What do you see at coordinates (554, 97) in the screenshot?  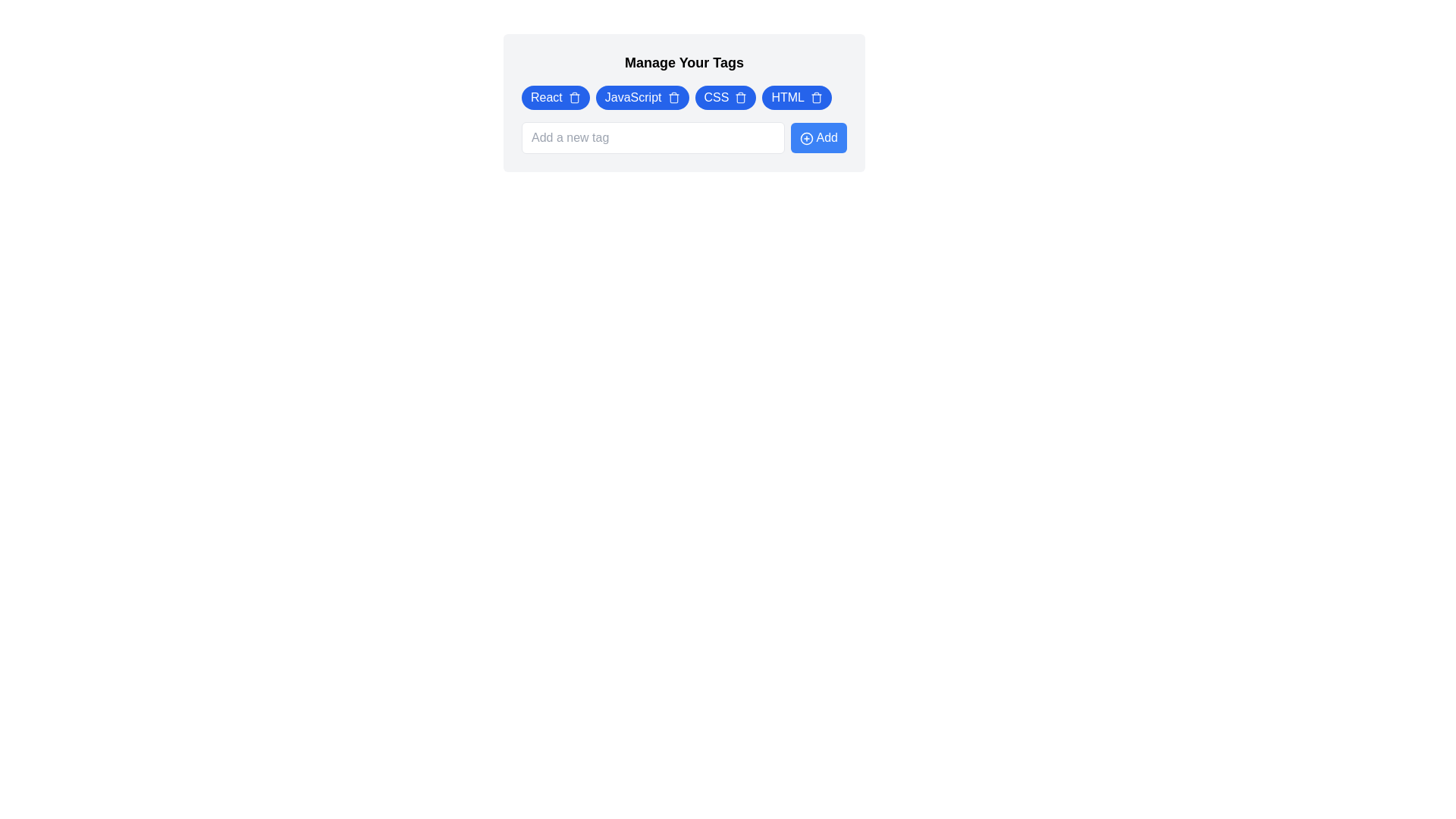 I see `the delete icon on the 'React' tag` at bounding box center [554, 97].